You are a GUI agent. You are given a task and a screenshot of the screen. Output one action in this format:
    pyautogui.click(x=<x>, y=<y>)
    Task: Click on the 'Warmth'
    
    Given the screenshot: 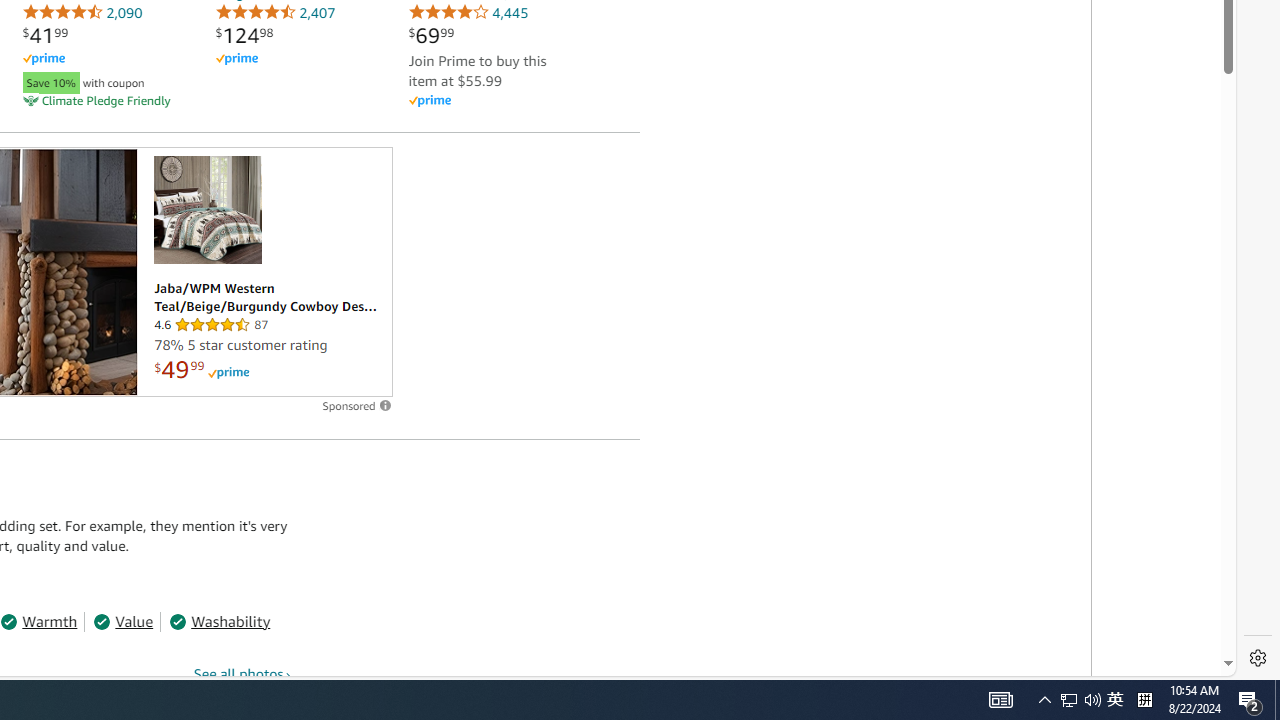 What is the action you would take?
    pyautogui.click(x=39, y=620)
    